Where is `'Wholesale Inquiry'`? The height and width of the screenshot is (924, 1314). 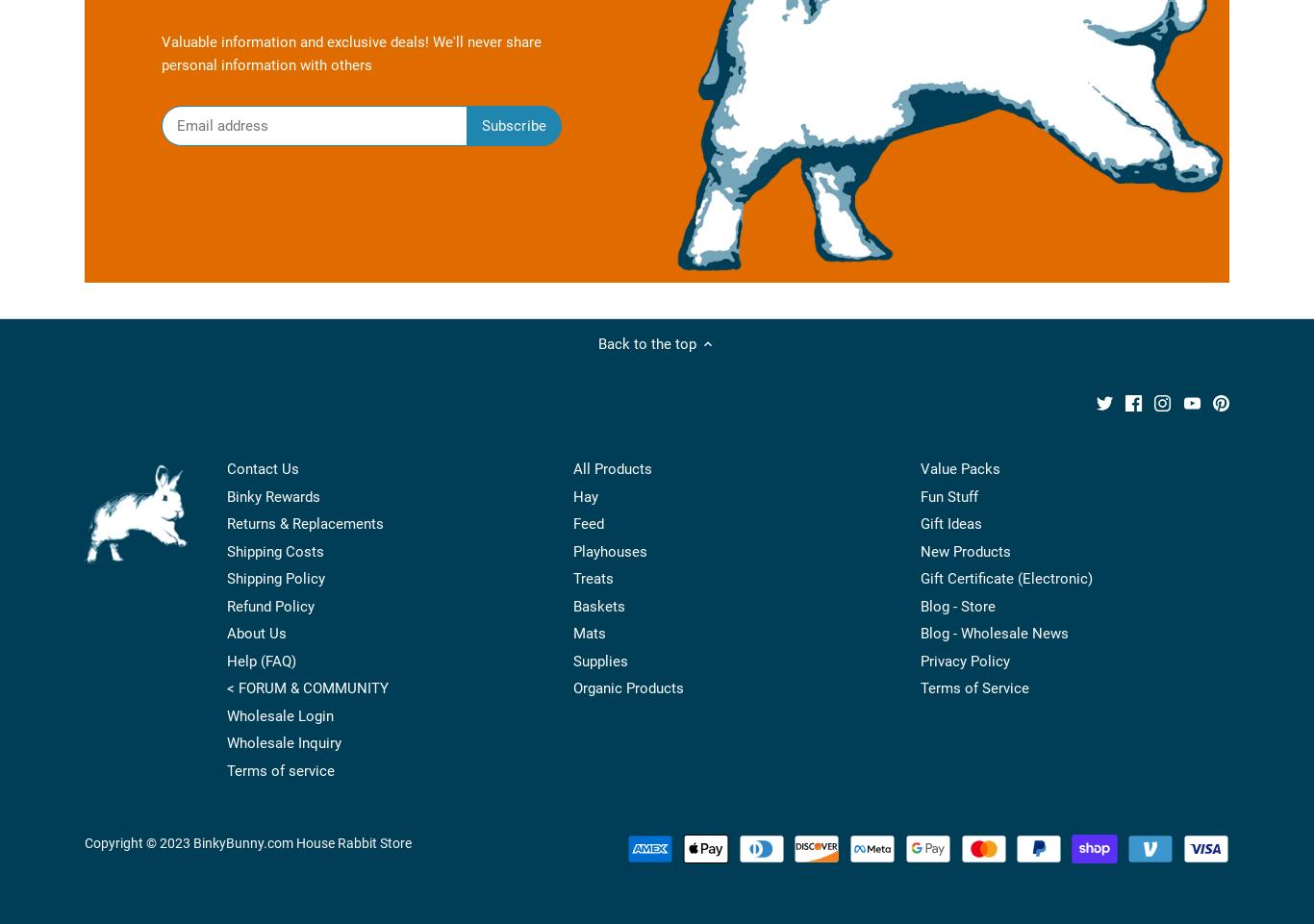
'Wholesale Inquiry' is located at coordinates (283, 742).